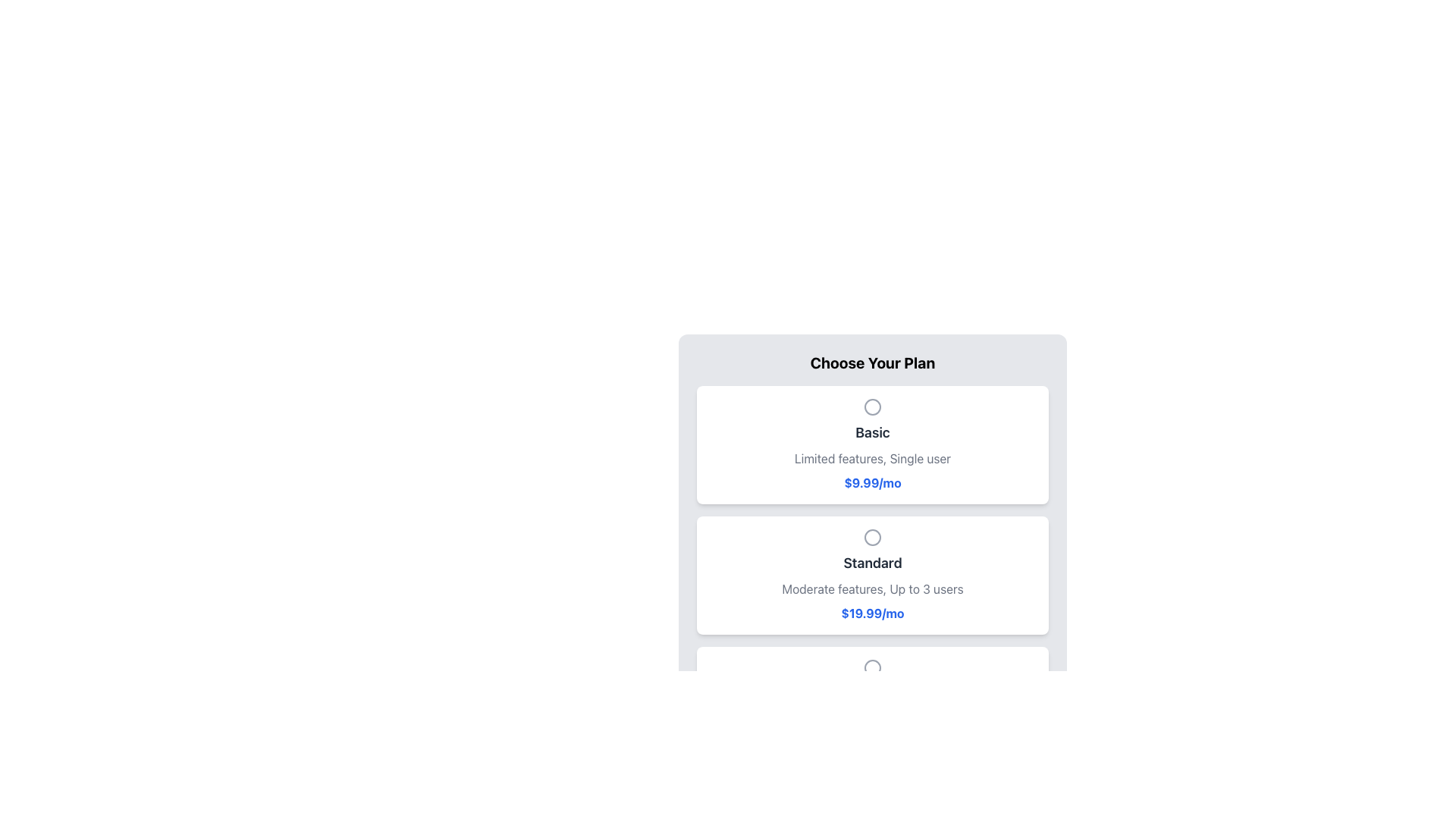 The height and width of the screenshot is (819, 1456). I want to click on the Text Label displaying 'Moderate features, Up to 3 users' located in the second plan selection card labeled 'Standard', beneath the title 'Standard' and above the price '$19.99/mo', so click(873, 588).